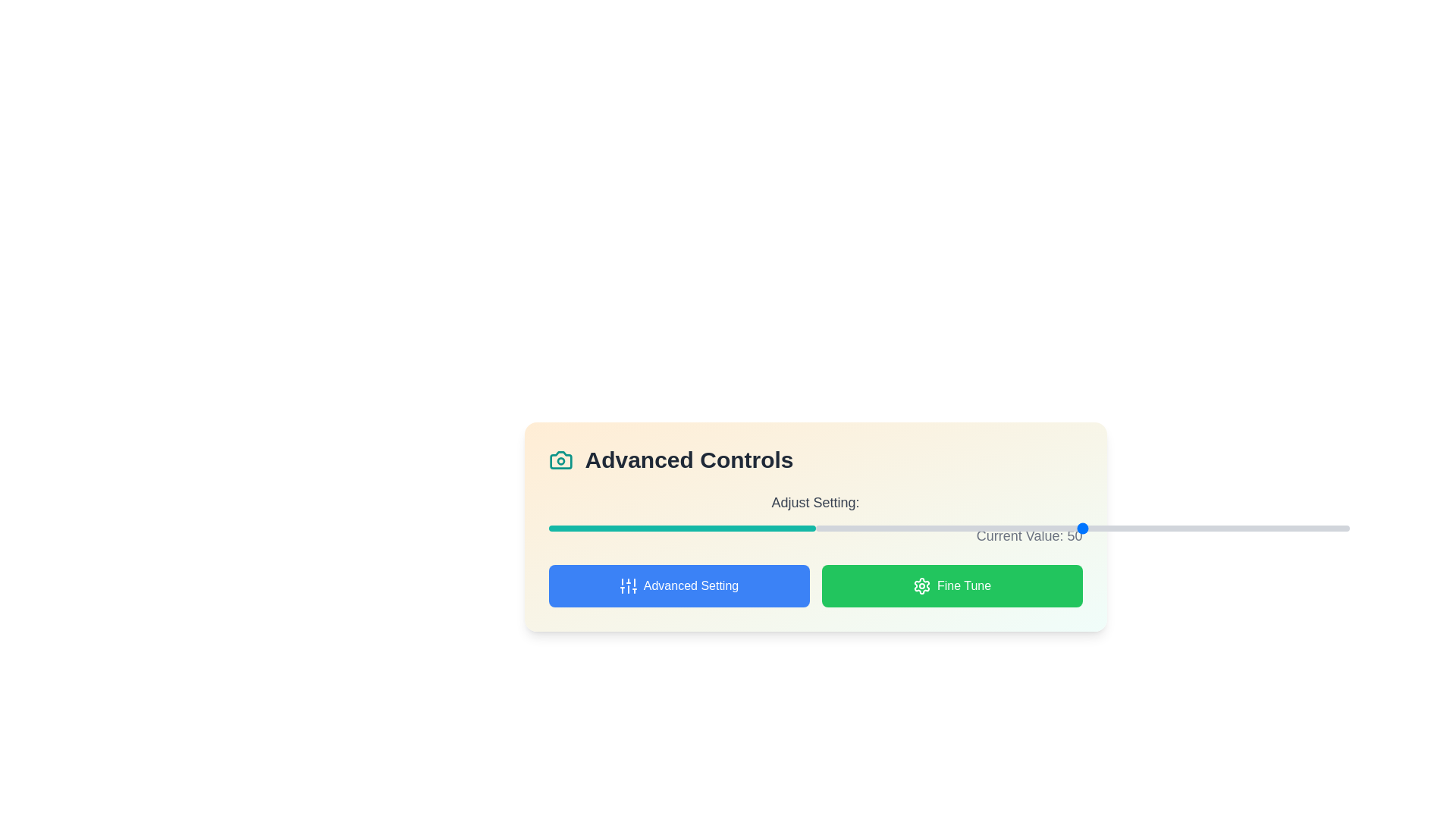 The height and width of the screenshot is (819, 1456). What do you see at coordinates (1167, 528) in the screenshot?
I see `the slider value` at bounding box center [1167, 528].